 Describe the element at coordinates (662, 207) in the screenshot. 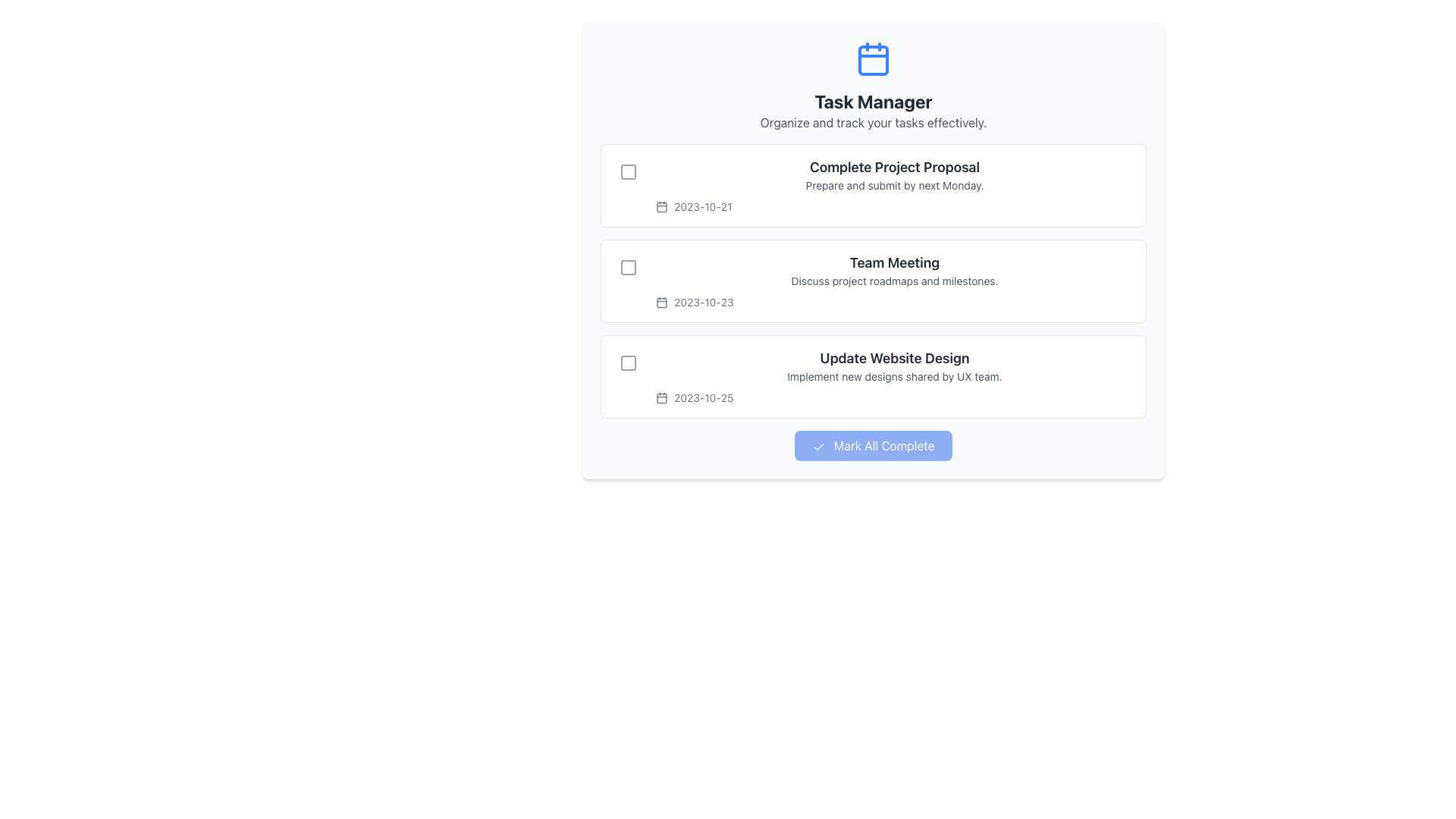

I see `the date icon located to the left of the '2023-10-21' text within the 'Complete Project Proposal' row` at that location.